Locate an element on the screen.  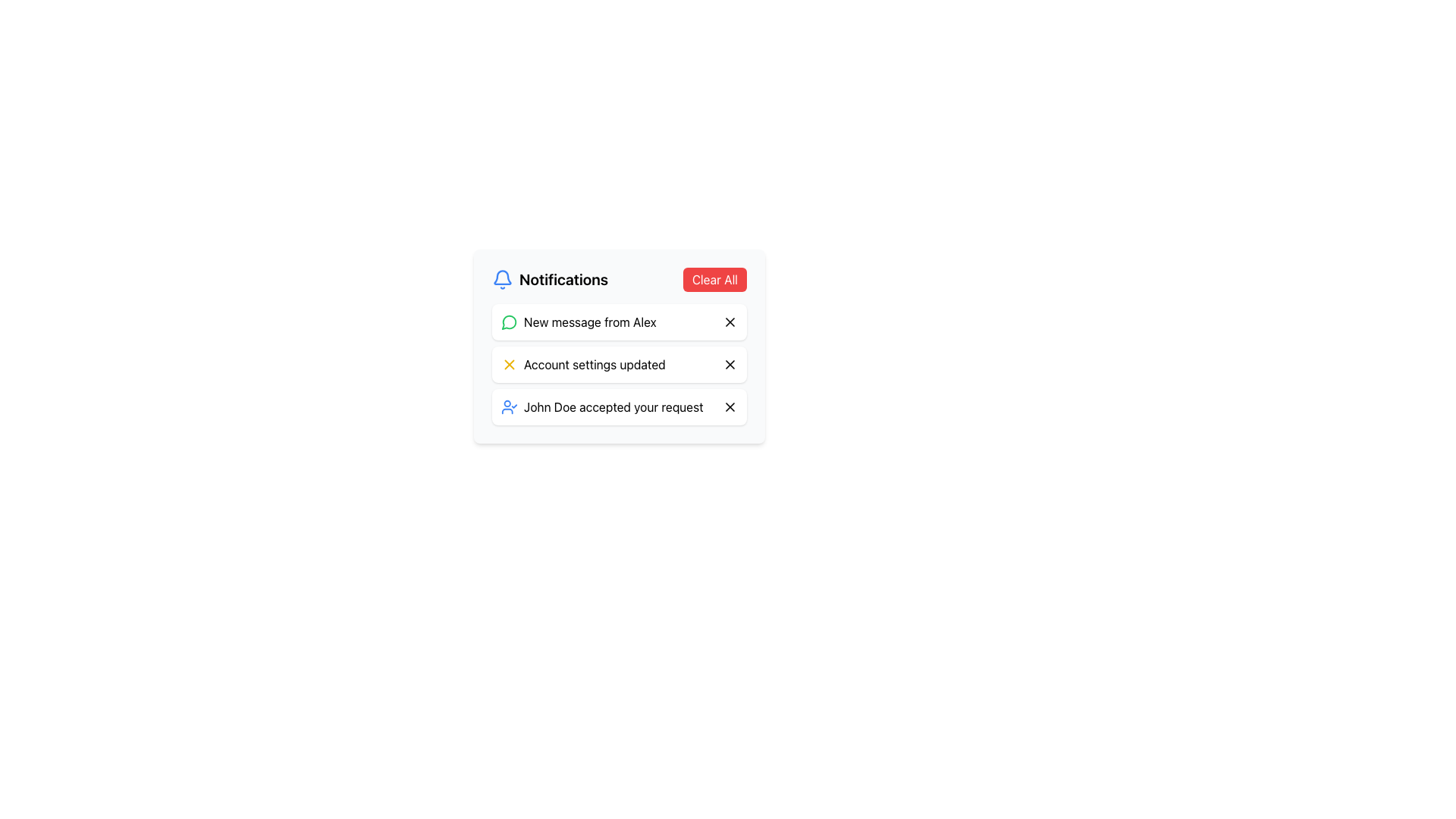
notification status message that informs the user about the update of account settings, which is the second item in the notification dropdown, located between 'New message from Alex' and 'John Doe accepted your request' is located at coordinates (582, 365).